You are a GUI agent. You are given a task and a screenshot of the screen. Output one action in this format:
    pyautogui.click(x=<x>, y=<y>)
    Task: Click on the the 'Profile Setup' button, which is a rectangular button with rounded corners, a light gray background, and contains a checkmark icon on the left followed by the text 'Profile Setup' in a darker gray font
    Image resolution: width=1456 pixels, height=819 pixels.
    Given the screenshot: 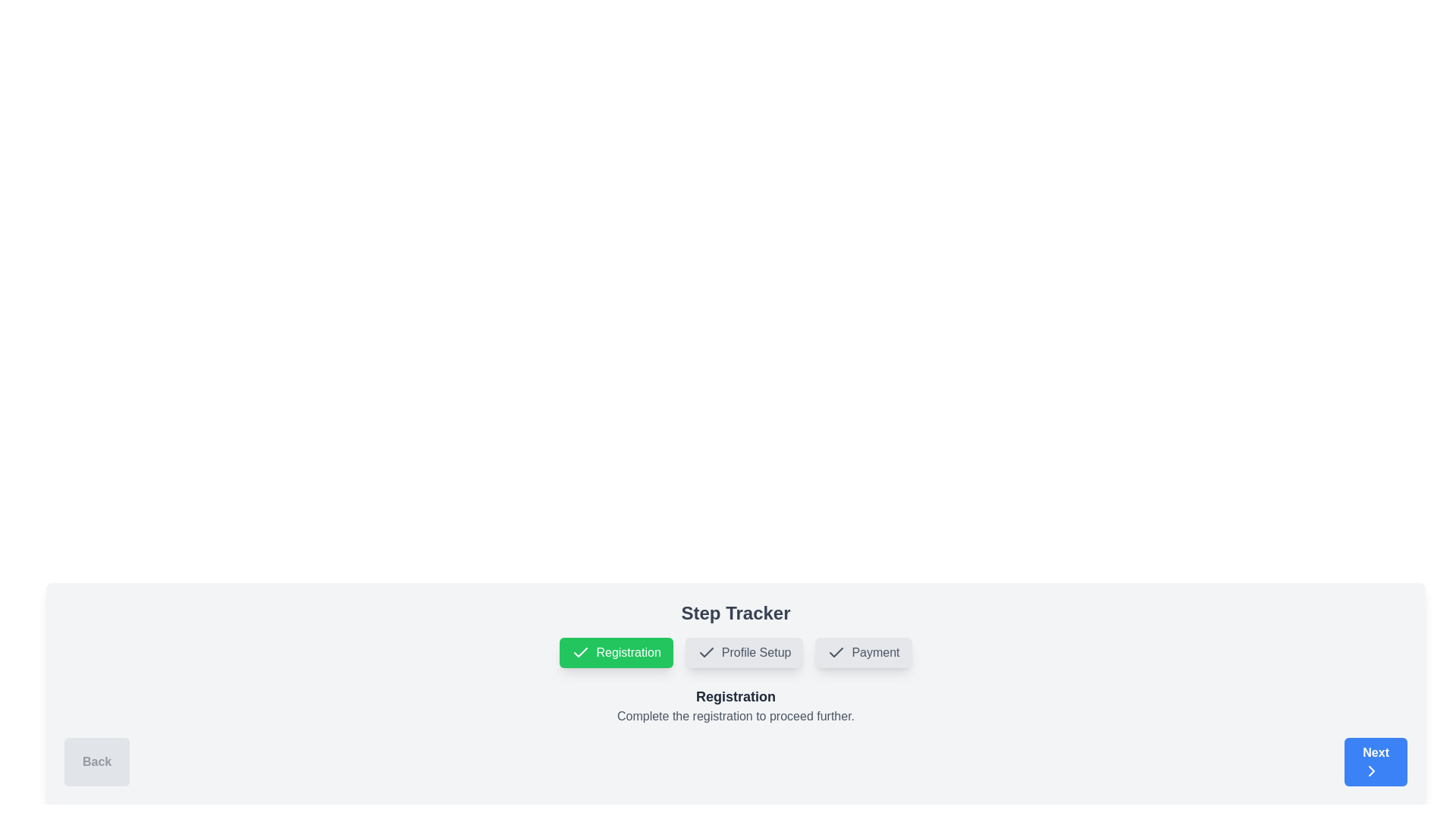 What is the action you would take?
    pyautogui.click(x=744, y=651)
    